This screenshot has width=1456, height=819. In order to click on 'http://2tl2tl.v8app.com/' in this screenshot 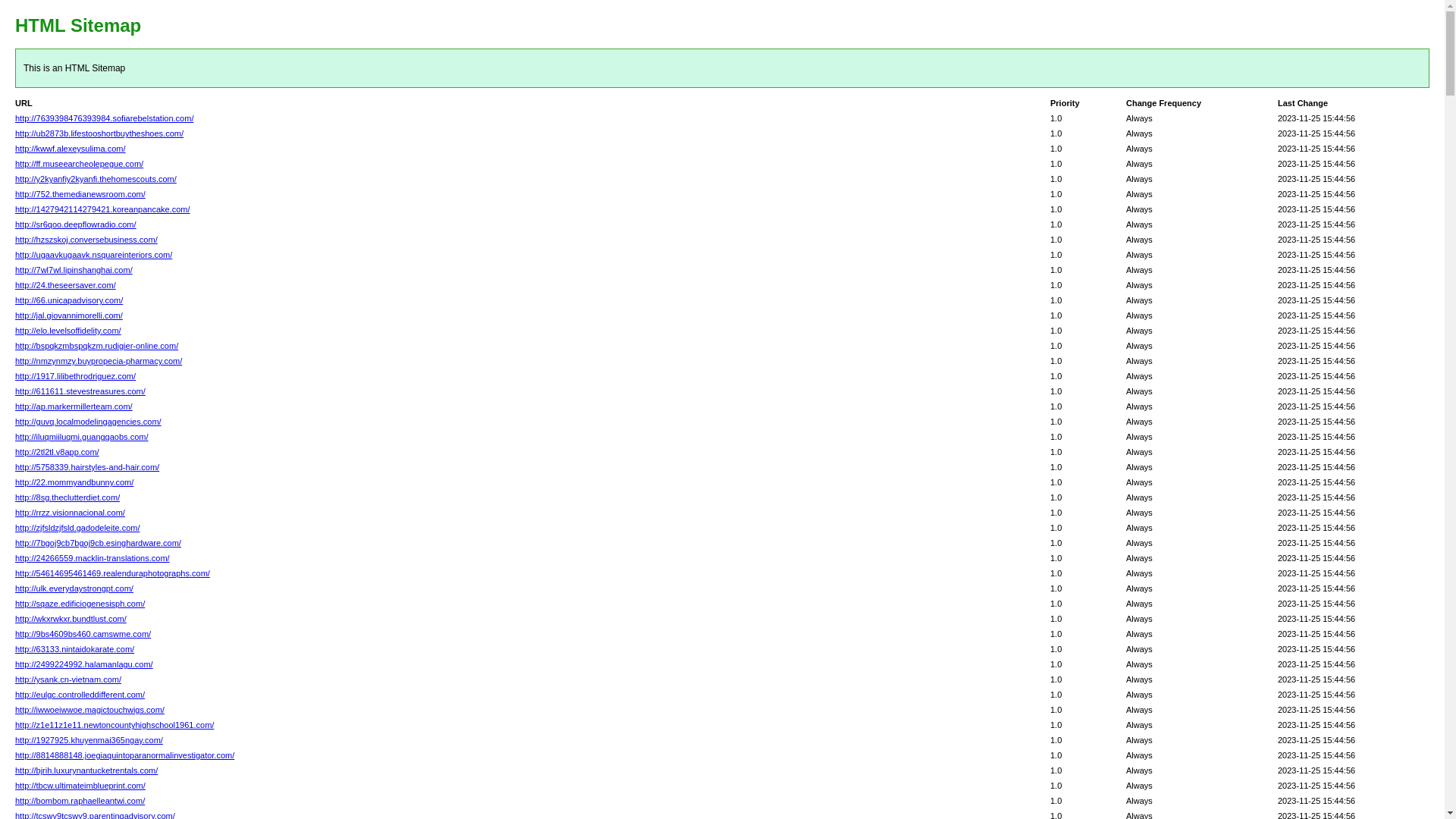, I will do `click(57, 451)`.